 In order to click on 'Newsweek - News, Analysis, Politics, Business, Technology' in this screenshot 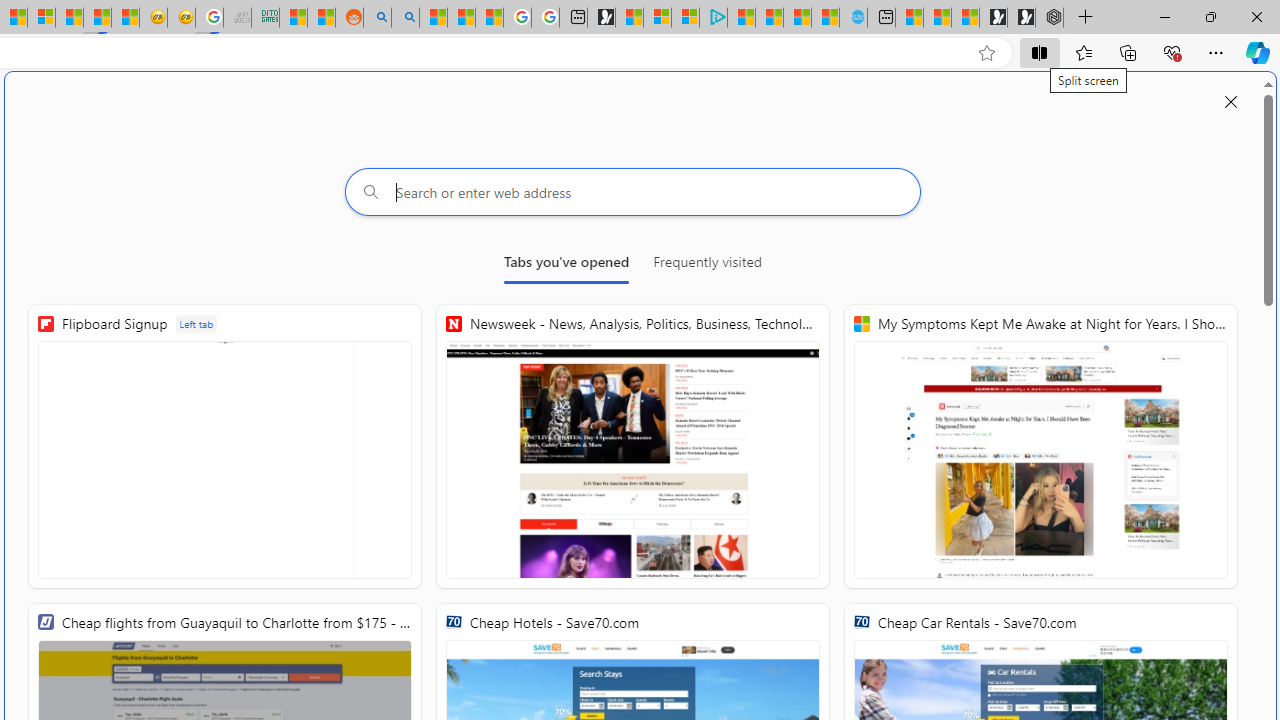, I will do `click(631, 445)`.